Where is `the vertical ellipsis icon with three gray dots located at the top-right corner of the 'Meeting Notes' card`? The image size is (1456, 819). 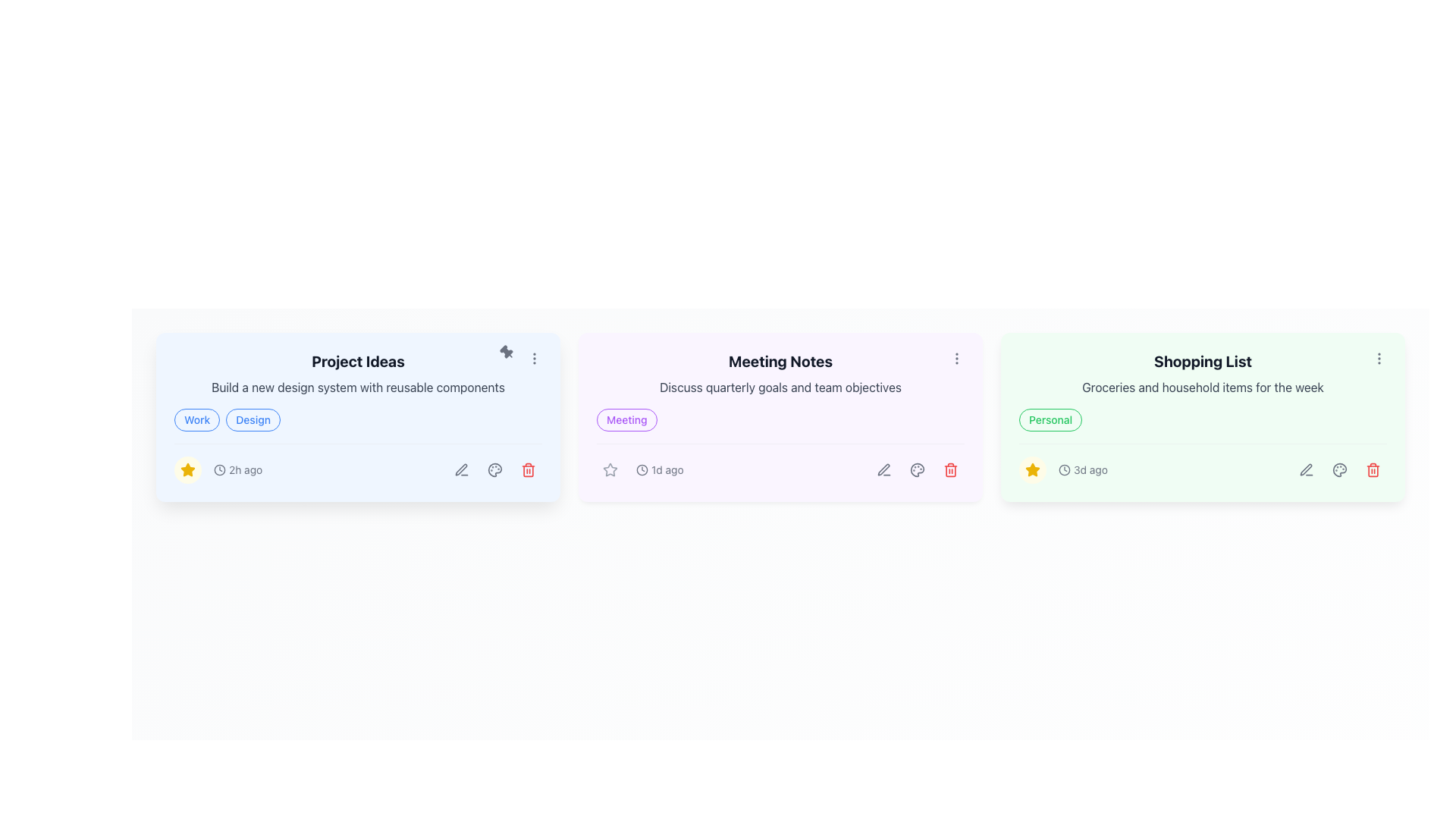
the vertical ellipsis icon with three gray dots located at the top-right corner of the 'Meeting Notes' card is located at coordinates (956, 359).